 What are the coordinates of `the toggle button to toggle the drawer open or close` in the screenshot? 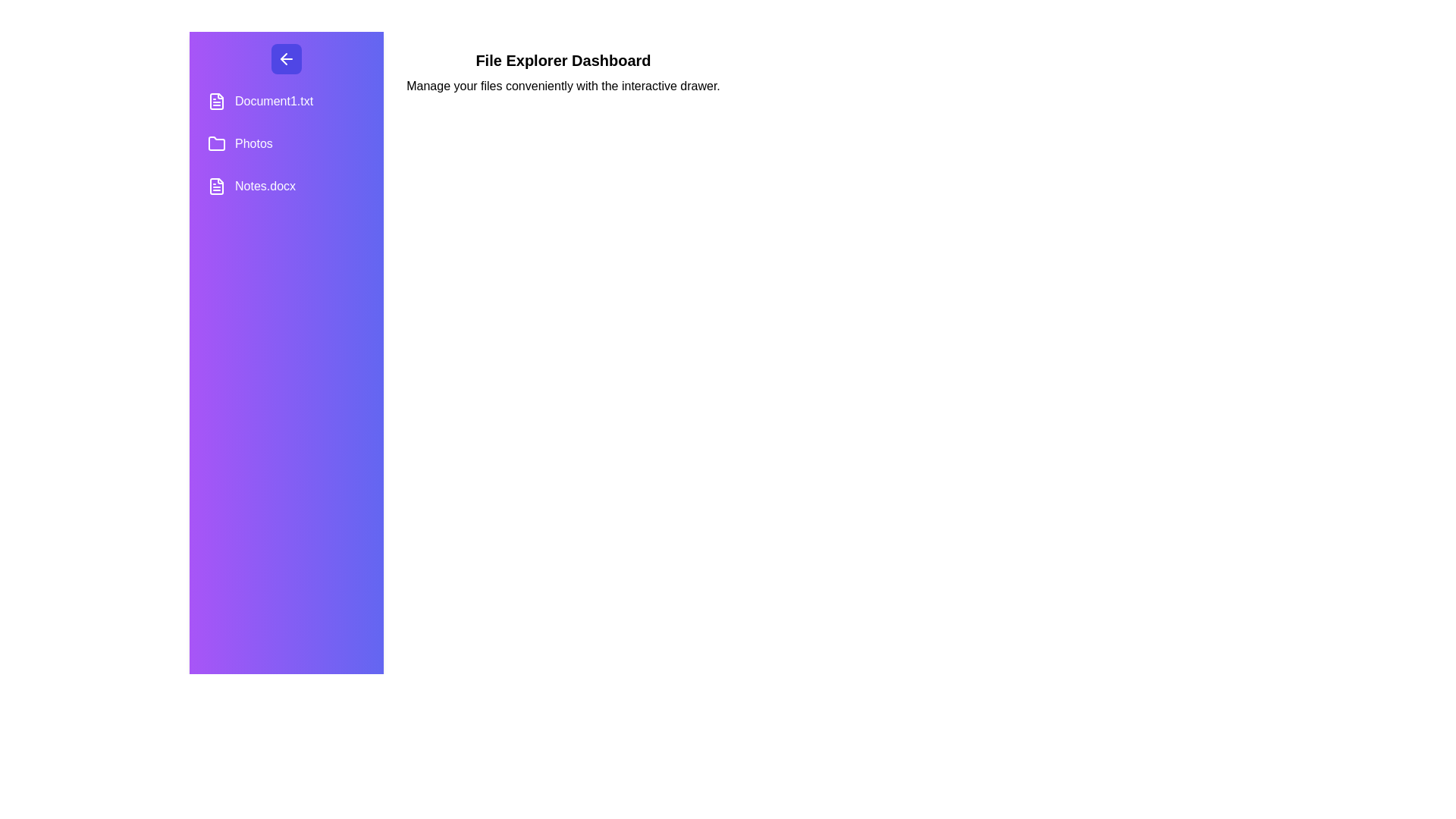 It's located at (287, 58).